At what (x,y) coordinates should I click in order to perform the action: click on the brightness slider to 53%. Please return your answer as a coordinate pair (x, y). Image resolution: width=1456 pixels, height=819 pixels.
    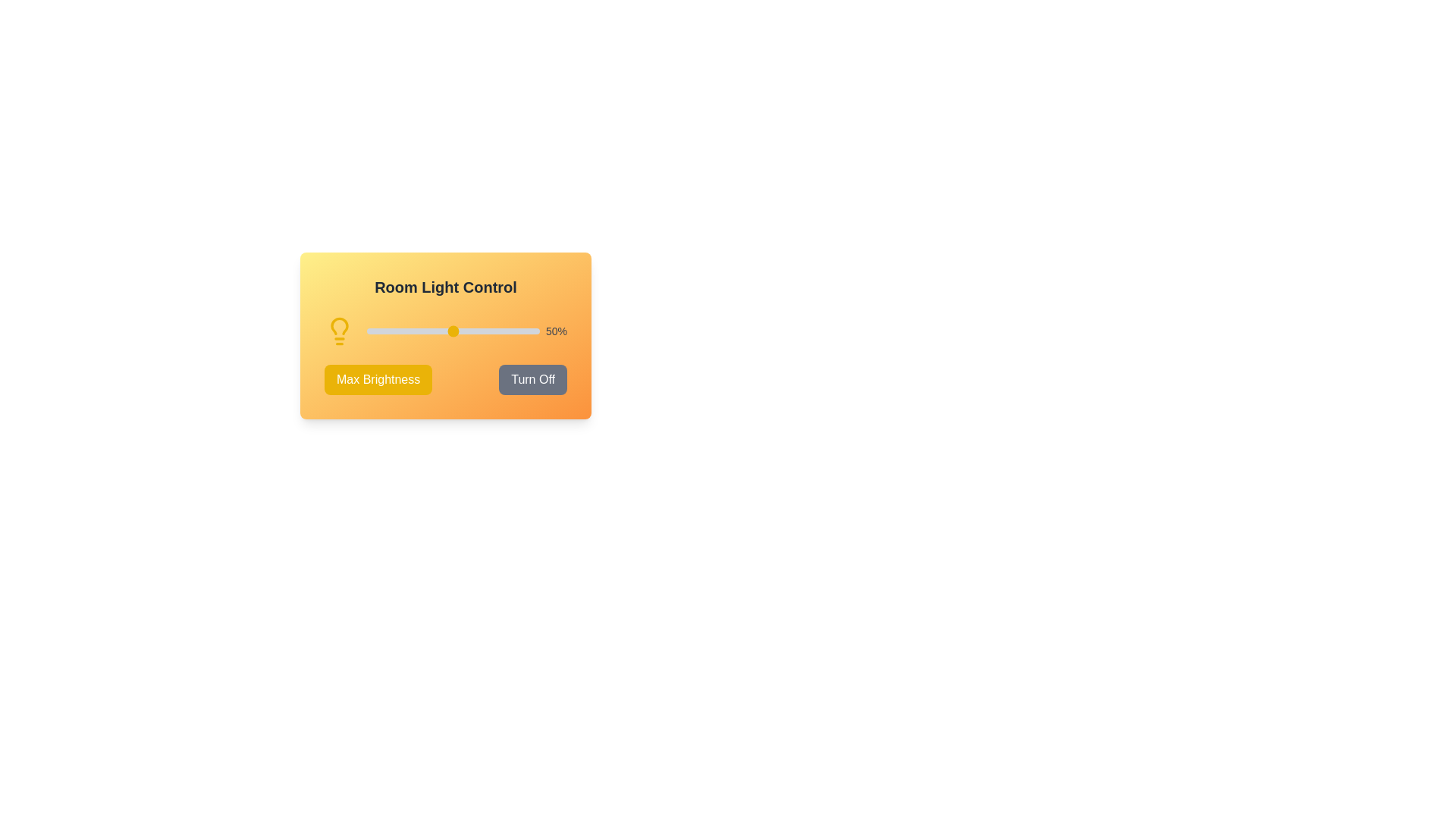
    Looking at the image, I should click on (457, 330).